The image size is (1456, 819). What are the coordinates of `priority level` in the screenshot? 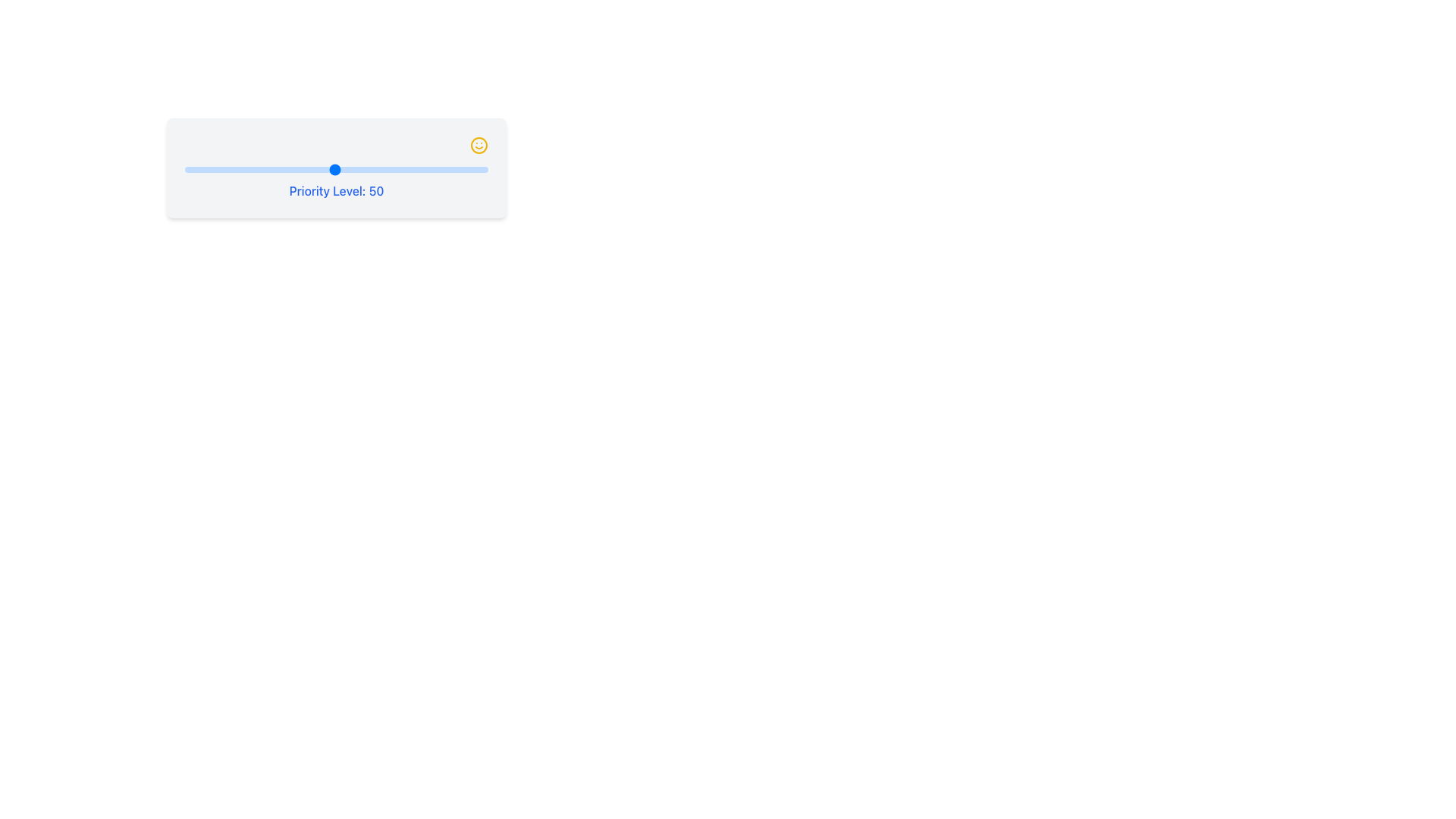 It's located at (309, 169).